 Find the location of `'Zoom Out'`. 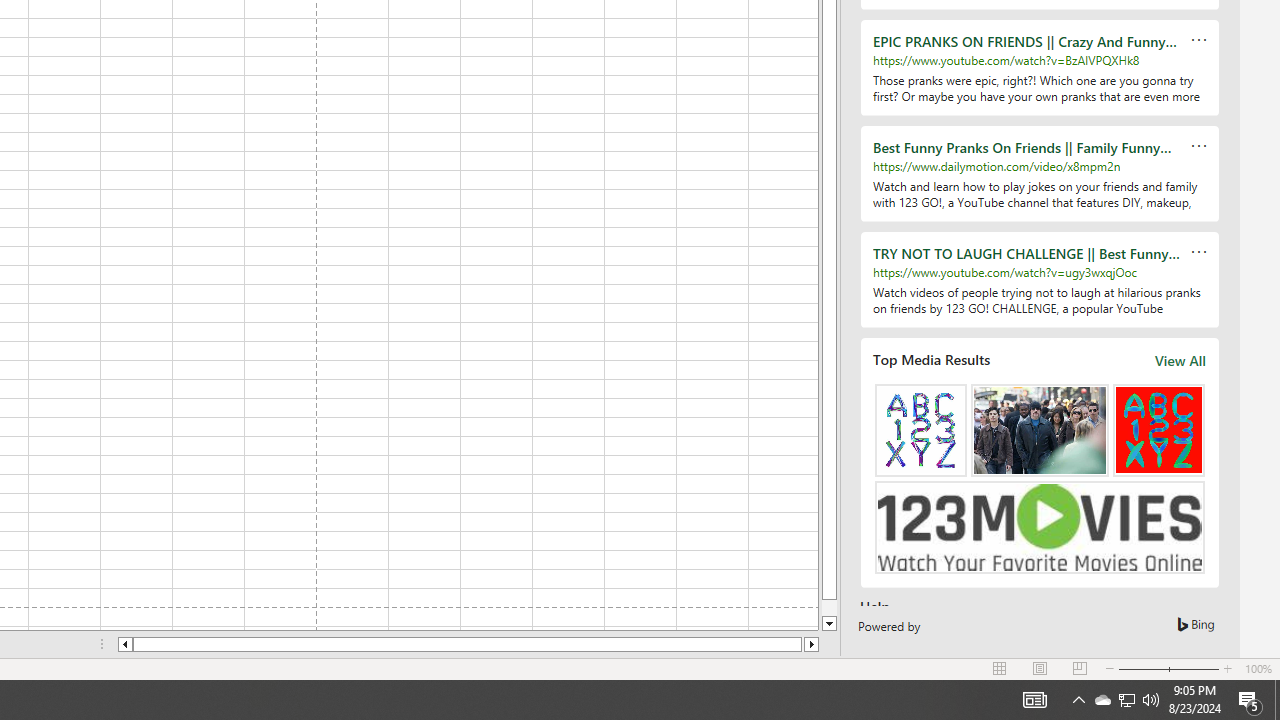

'Zoom Out' is located at coordinates (1143, 669).